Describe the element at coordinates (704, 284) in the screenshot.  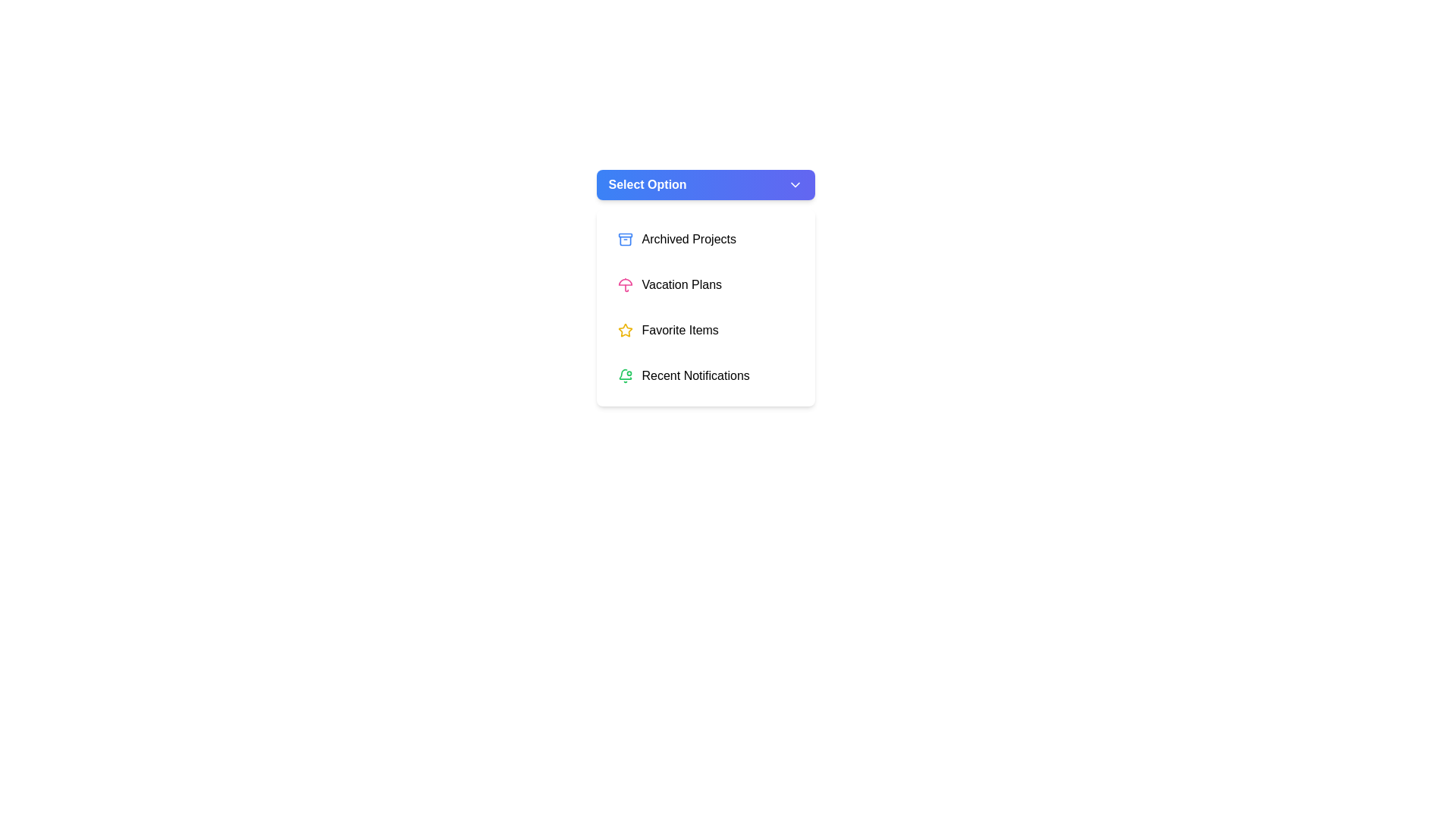
I see `the menu item Vacation Plans` at that location.